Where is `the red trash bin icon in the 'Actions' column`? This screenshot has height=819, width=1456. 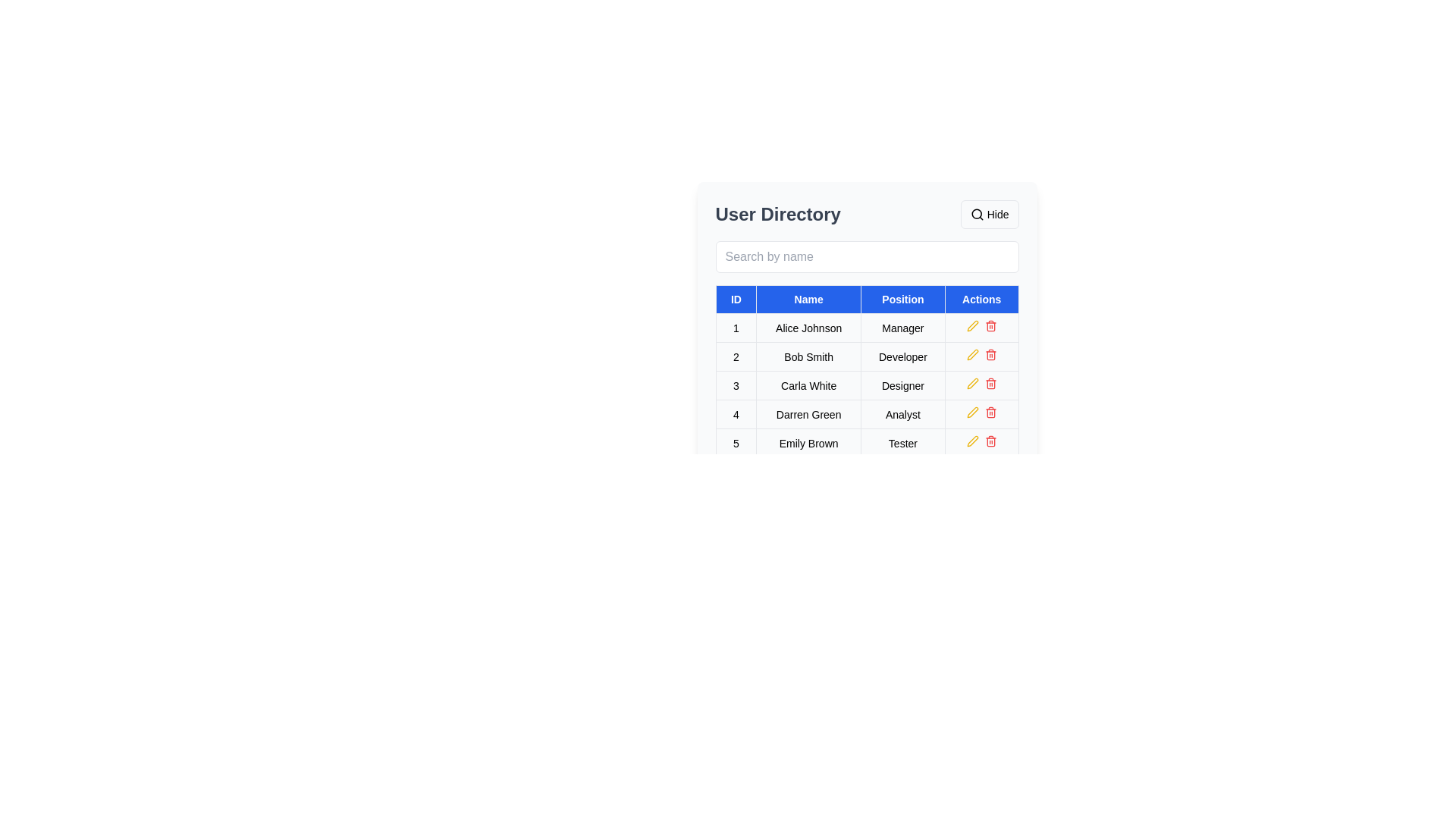 the red trash bin icon in the 'Actions' column is located at coordinates (990, 382).